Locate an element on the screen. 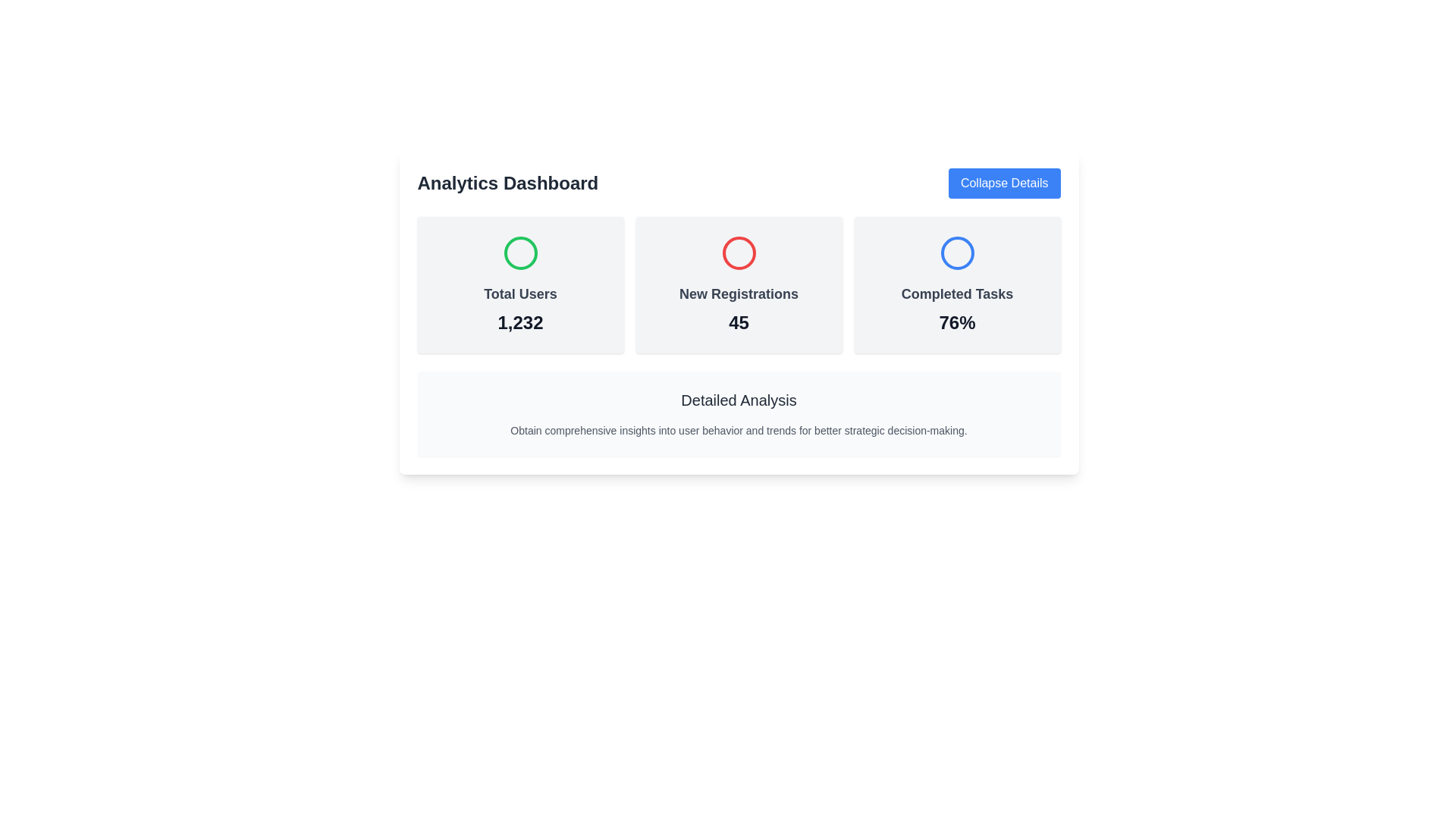 This screenshot has width=1456, height=819. the total number of users displayed in the summary value, located within the card layout below the 'Total Users' text is located at coordinates (520, 322).